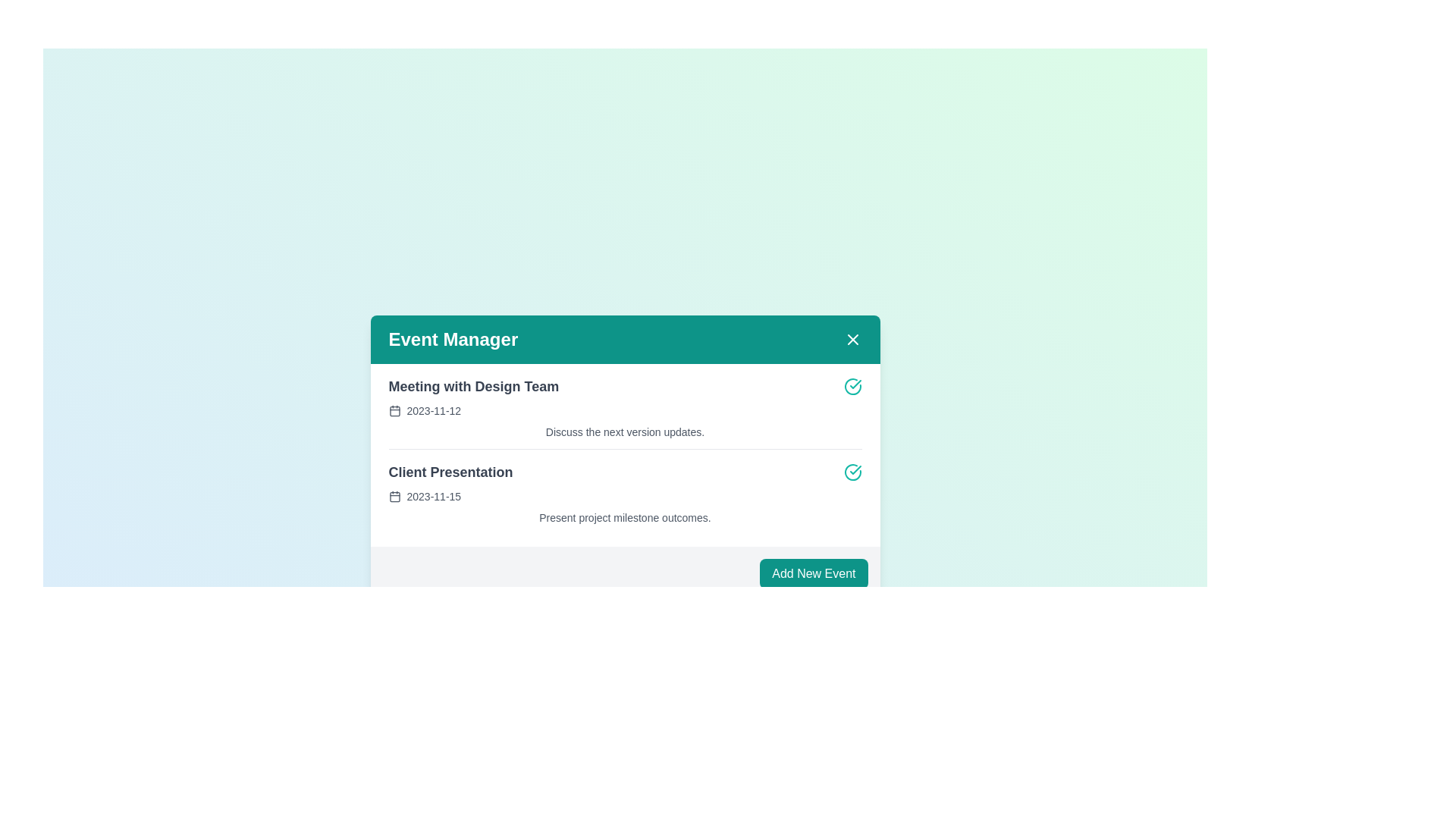  What do you see at coordinates (813, 573) in the screenshot?
I see `the 'Add New Event' button to initiate adding a new event` at bounding box center [813, 573].